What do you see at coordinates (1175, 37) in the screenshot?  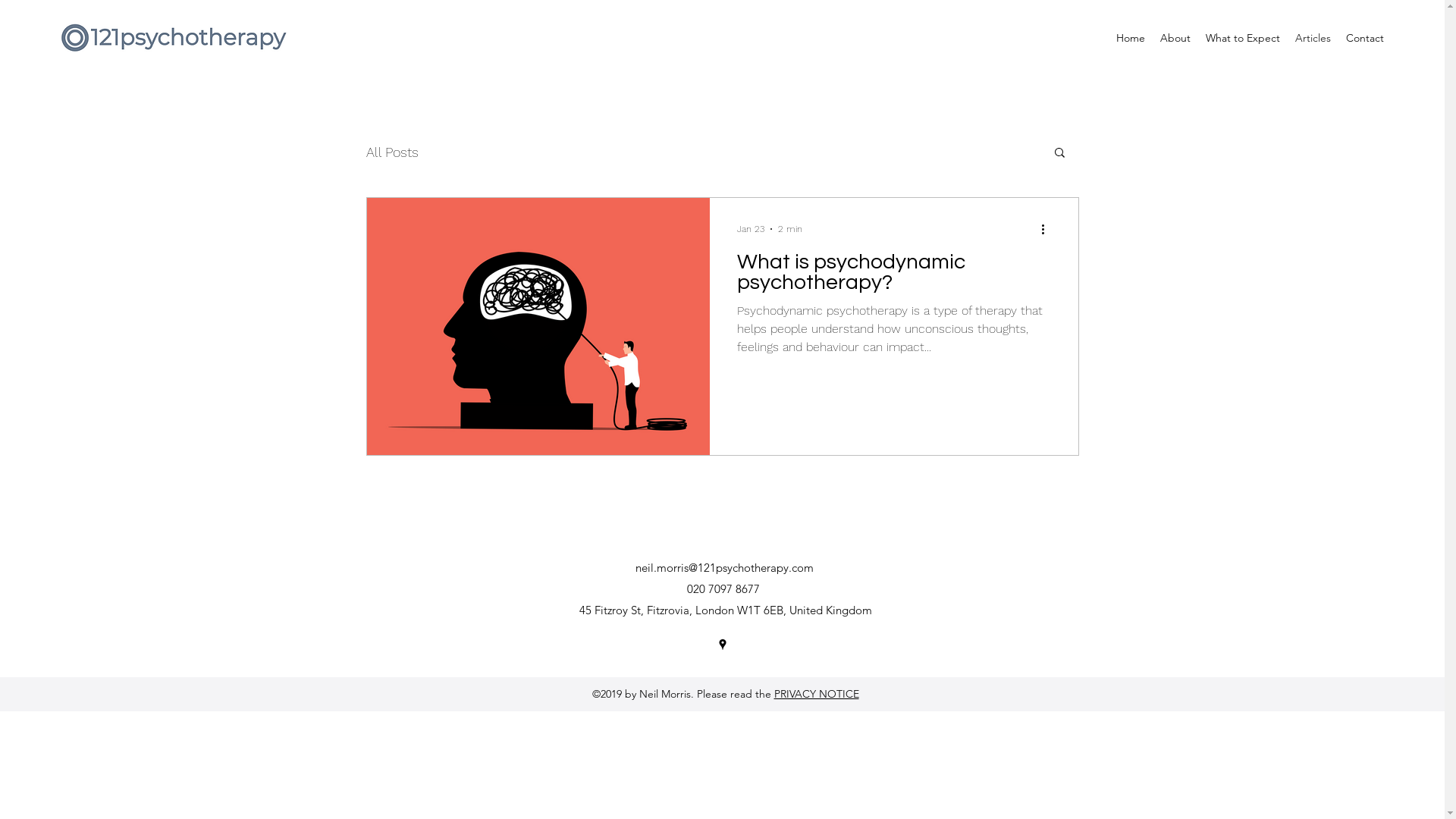 I see `'About'` at bounding box center [1175, 37].